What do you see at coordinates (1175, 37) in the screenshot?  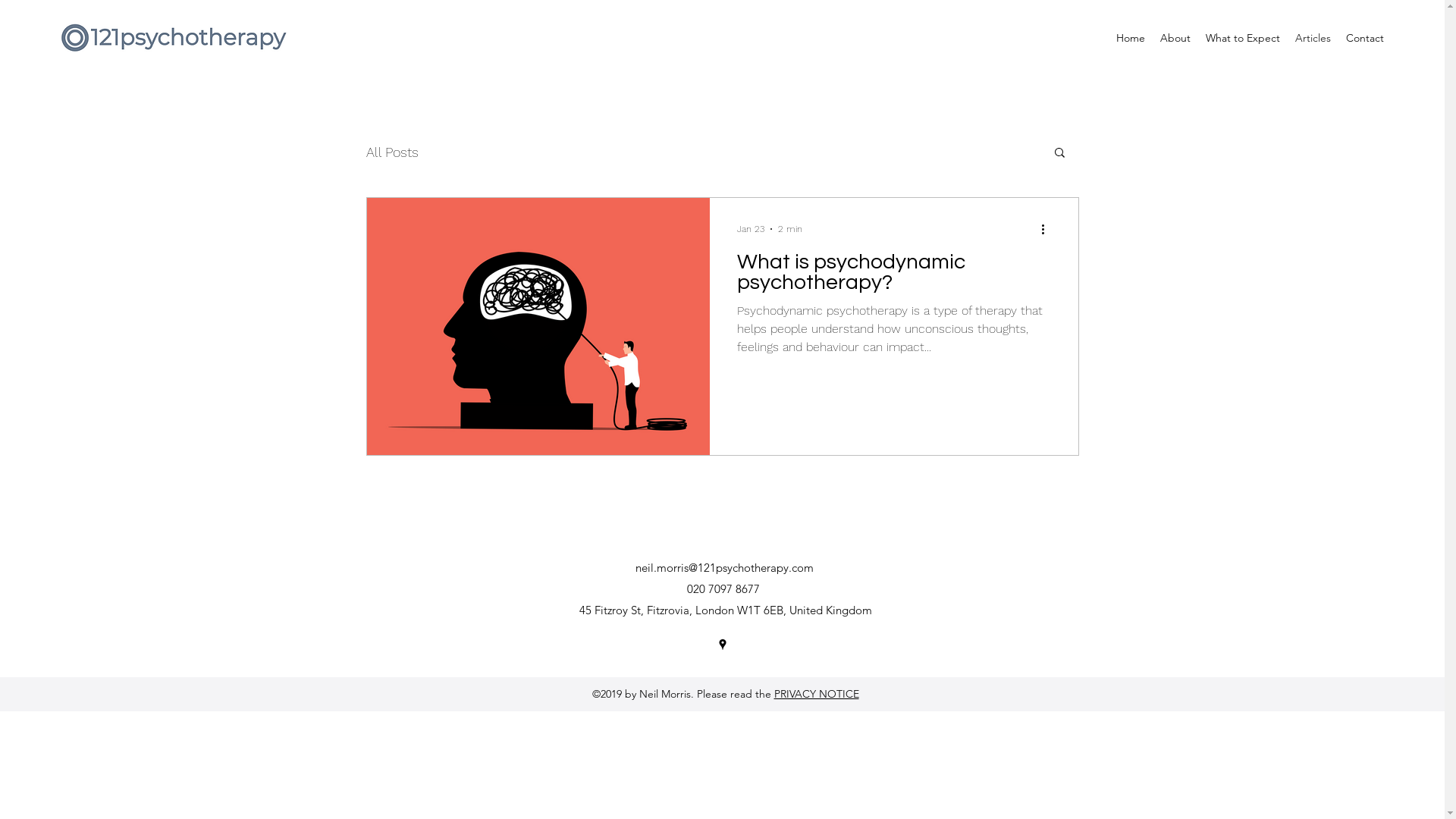 I see `'About'` at bounding box center [1175, 37].